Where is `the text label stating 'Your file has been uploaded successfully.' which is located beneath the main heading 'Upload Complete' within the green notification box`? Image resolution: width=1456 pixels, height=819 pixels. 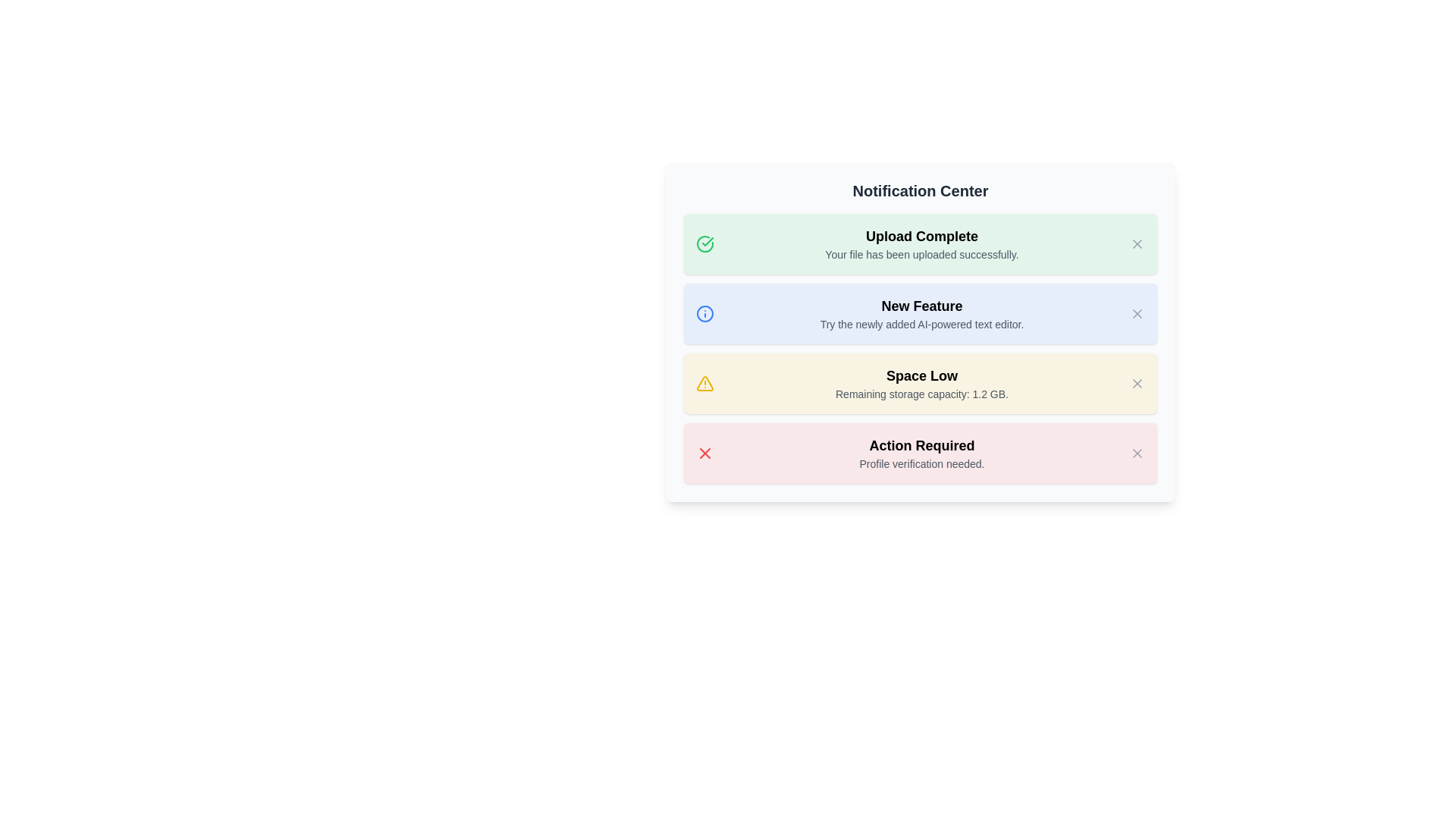 the text label stating 'Your file has been uploaded successfully.' which is located beneath the main heading 'Upload Complete' within the green notification box is located at coordinates (921, 253).